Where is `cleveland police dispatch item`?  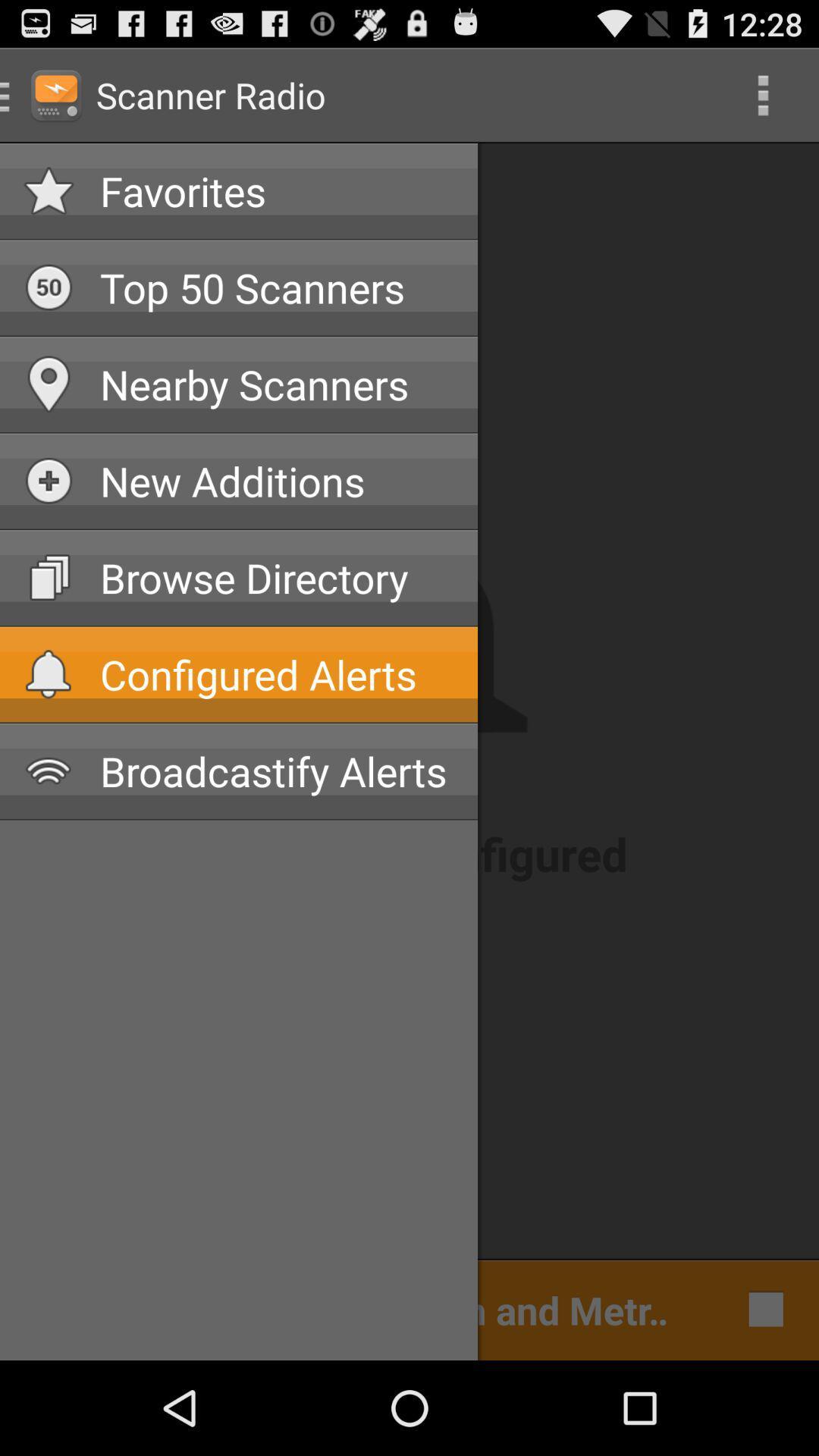 cleveland police dispatch item is located at coordinates (353, 1308).